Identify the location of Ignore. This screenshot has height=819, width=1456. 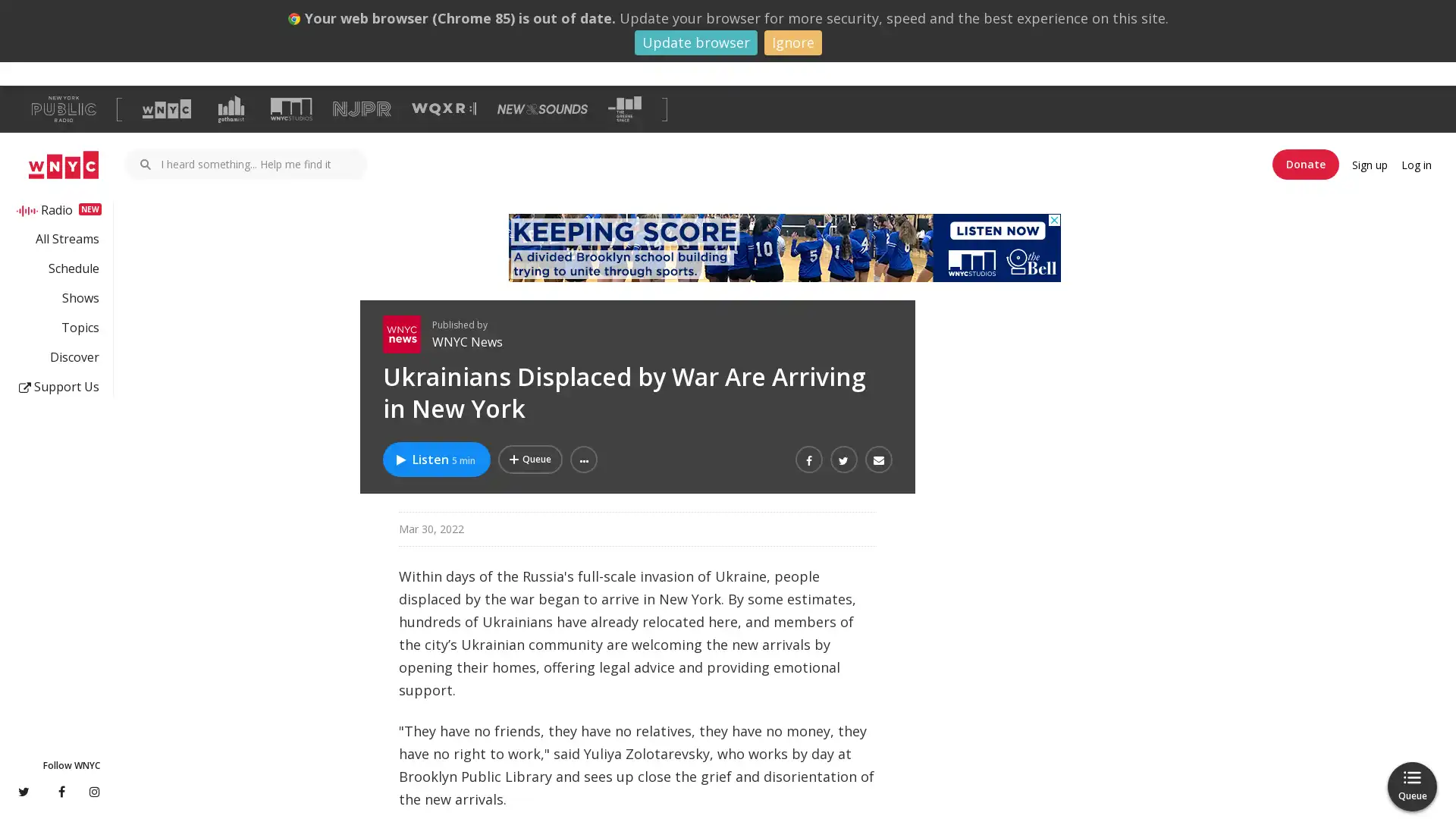
(792, 42).